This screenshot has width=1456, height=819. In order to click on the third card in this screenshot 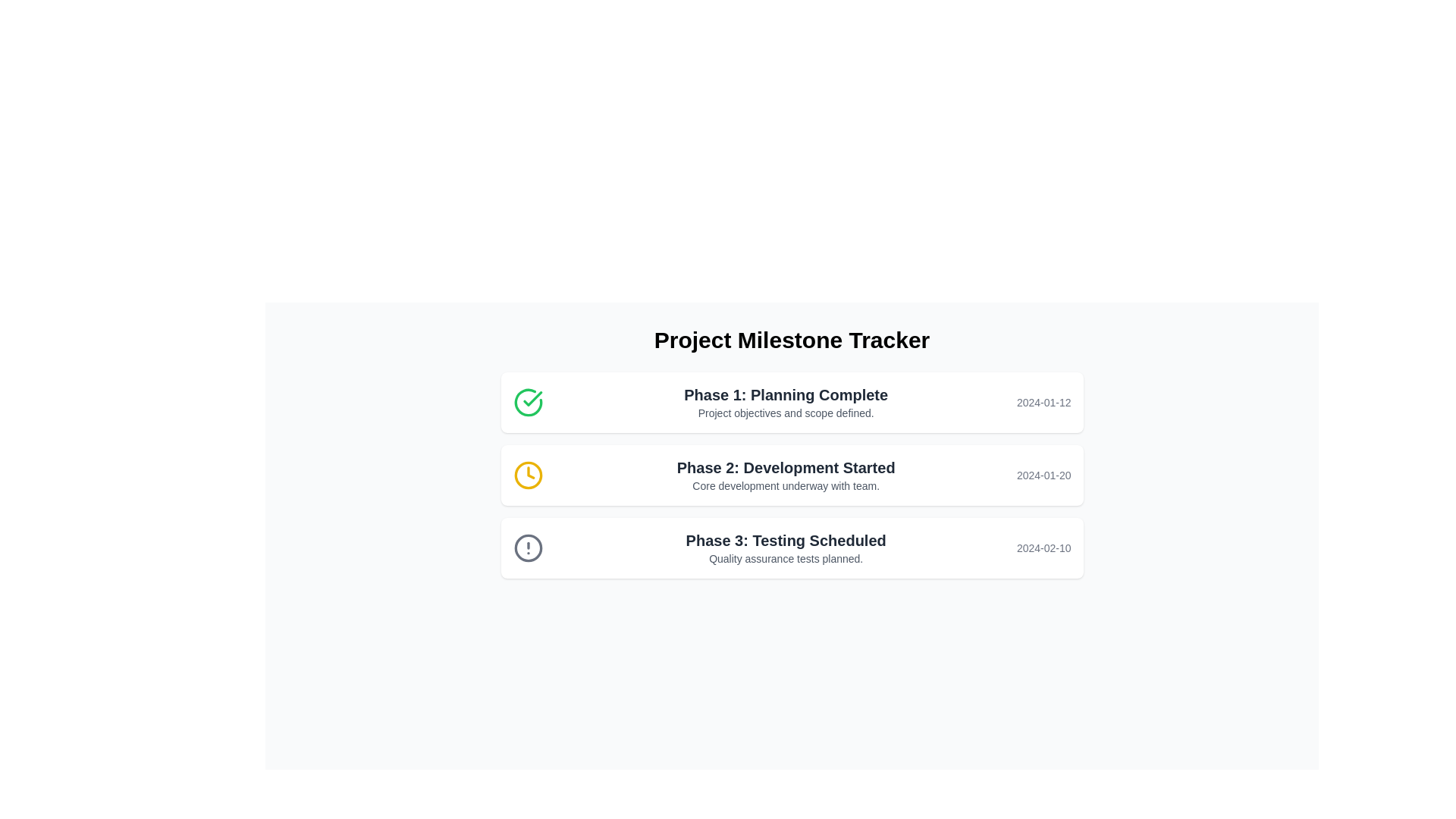, I will do `click(791, 548)`.